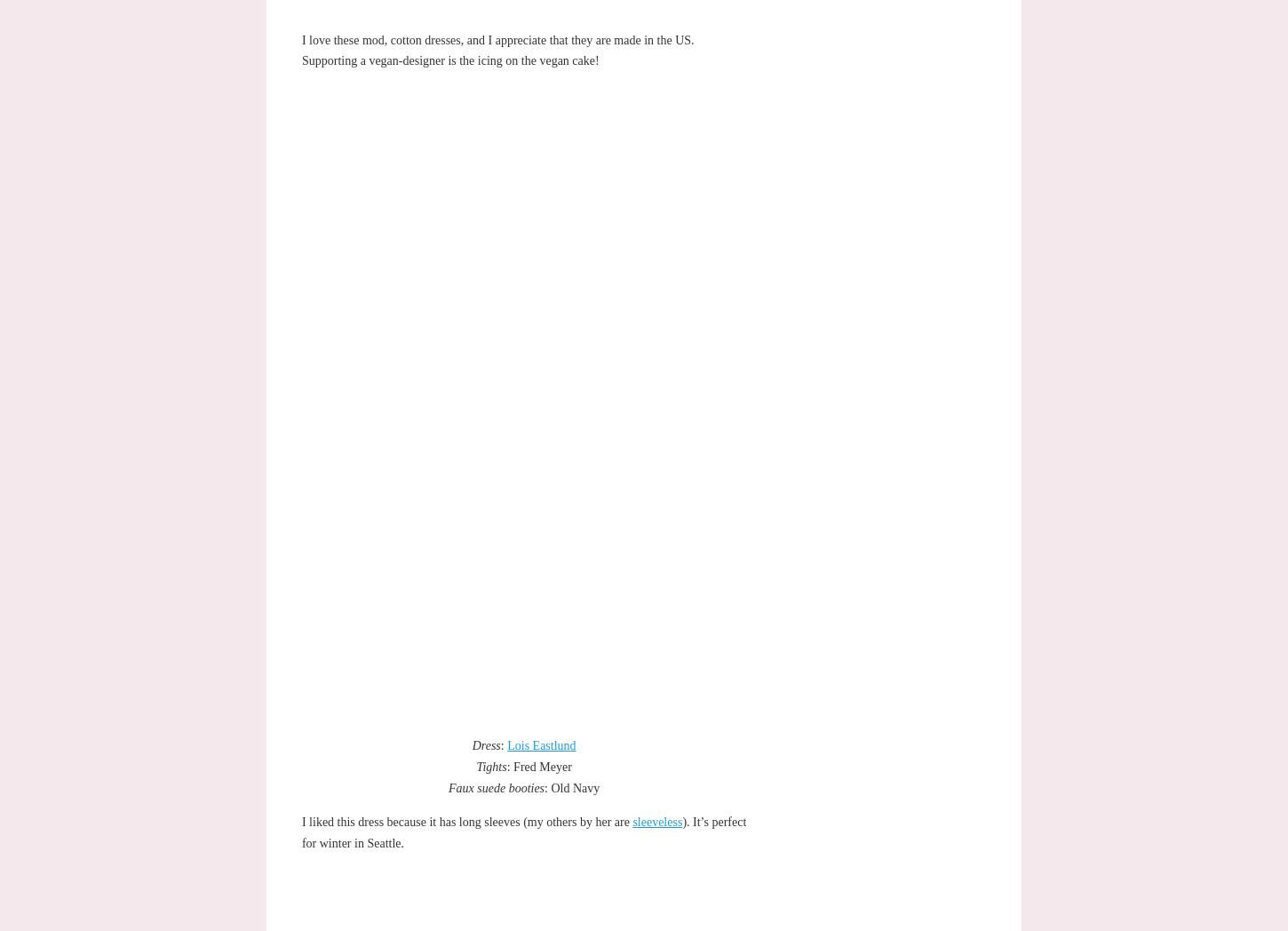 This screenshot has height=931, width=1288. Describe the element at coordinates (500, 745) in the screenshot. I see `':'` at that location.